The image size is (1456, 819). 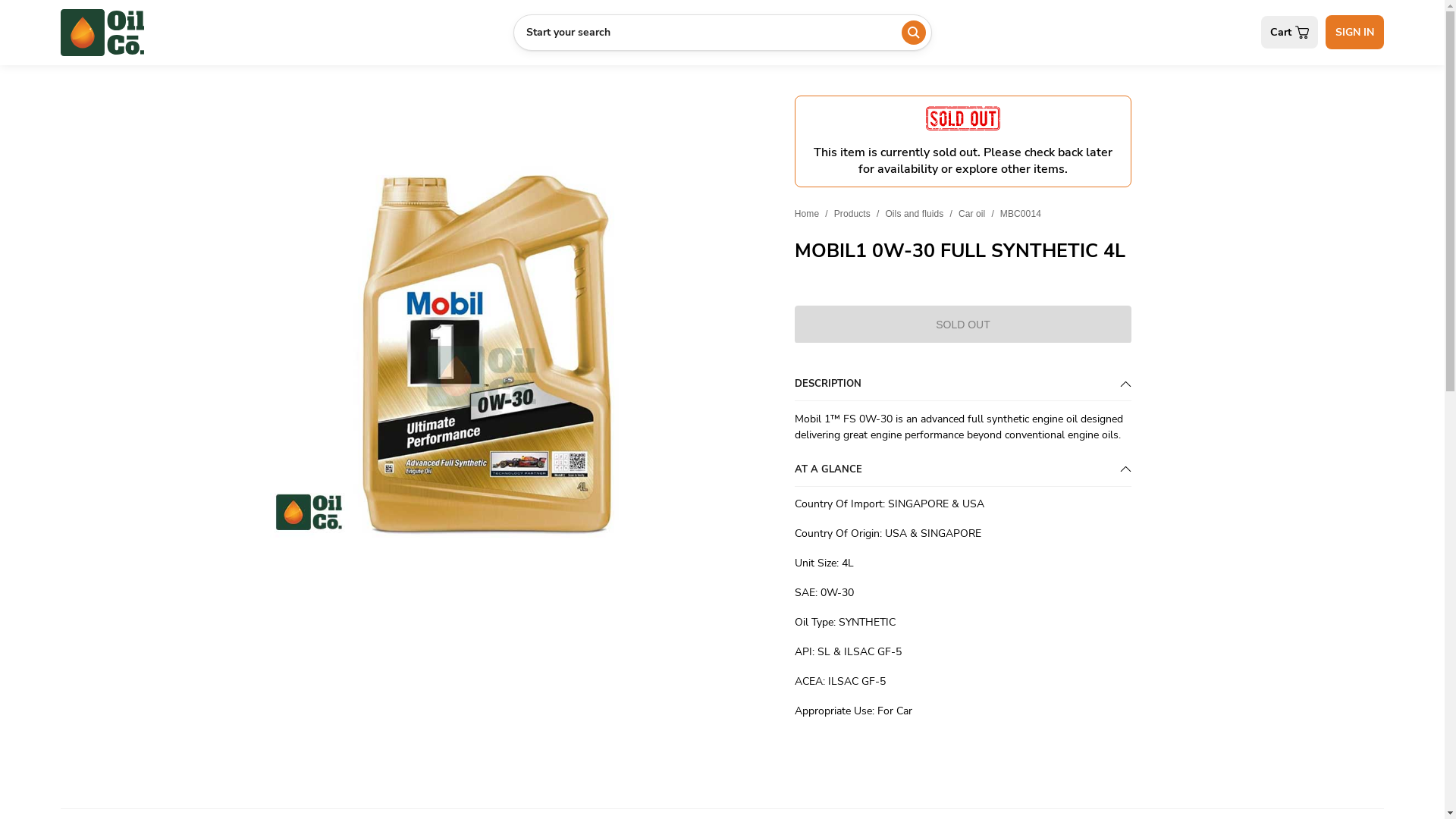 What do you see at coordinates (1354, 32) in the screenshot?
I see `'SIGN IN'` at bounding box center [1354, 32].